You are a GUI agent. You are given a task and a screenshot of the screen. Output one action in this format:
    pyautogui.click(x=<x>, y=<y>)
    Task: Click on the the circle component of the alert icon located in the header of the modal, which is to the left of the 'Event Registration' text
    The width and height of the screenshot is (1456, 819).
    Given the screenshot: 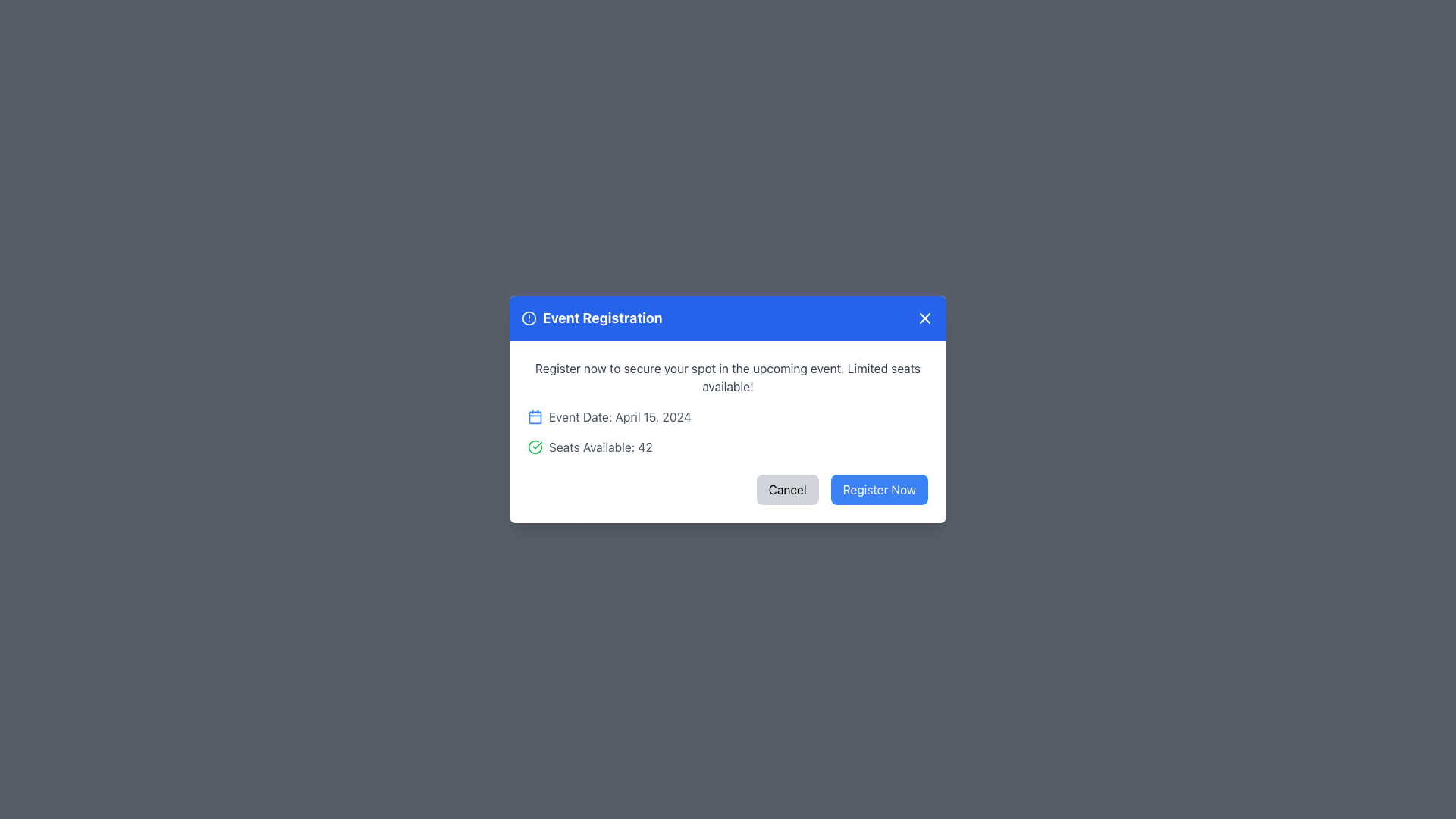 What is the action you would take?
    pyautogui.click(x=529, y=318)
    